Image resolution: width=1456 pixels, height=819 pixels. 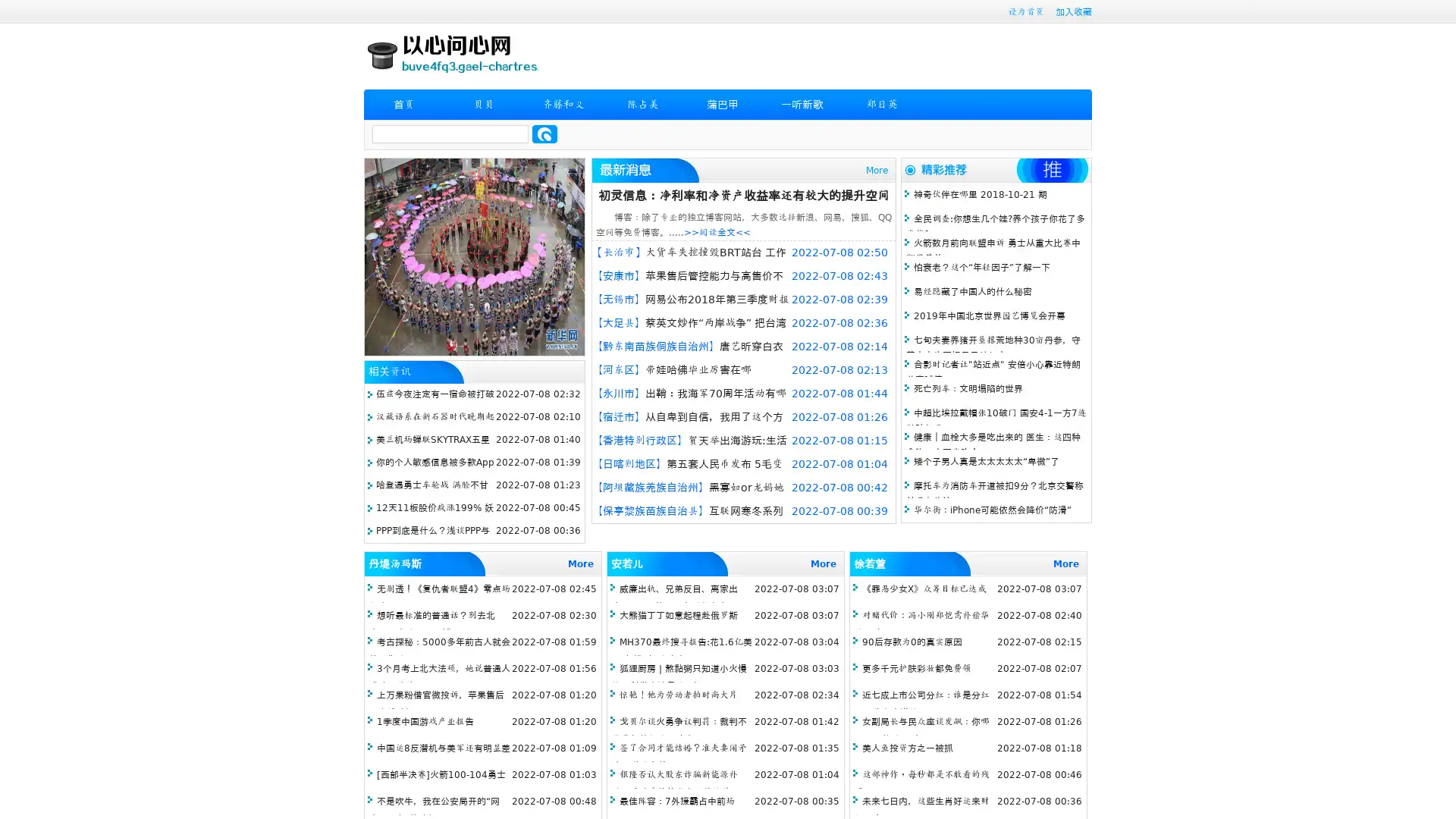 What do you see at coordinates (544, 133) in the screenshot?
I see `Search` at bounding box center [544, 133].